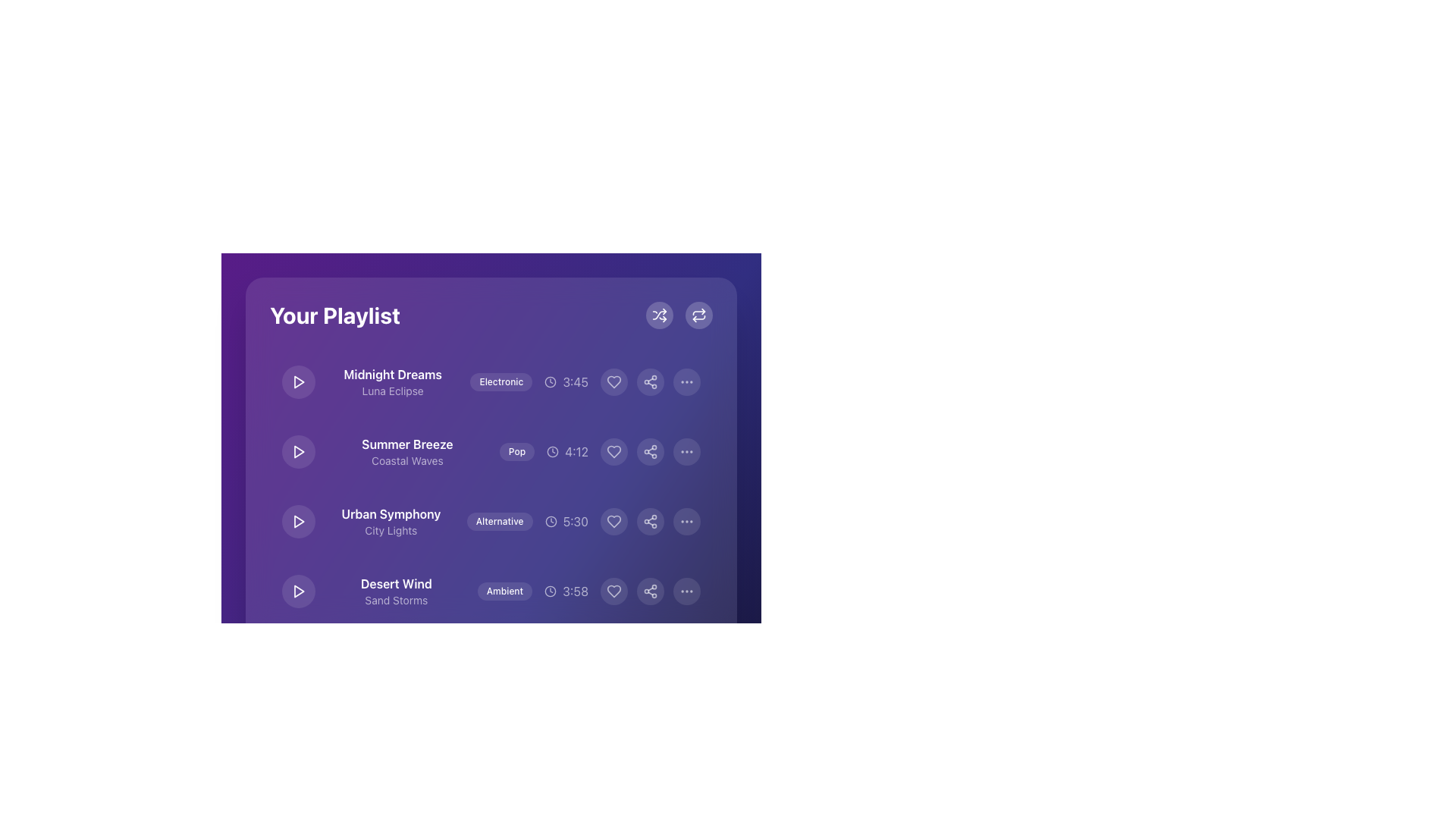  Describe the element at coordinates (550, 590) in the screenshot. I see `the circular clock icon with a white outline next to the '3:58' text for the 'Desert Wind' playlist item` at that location.